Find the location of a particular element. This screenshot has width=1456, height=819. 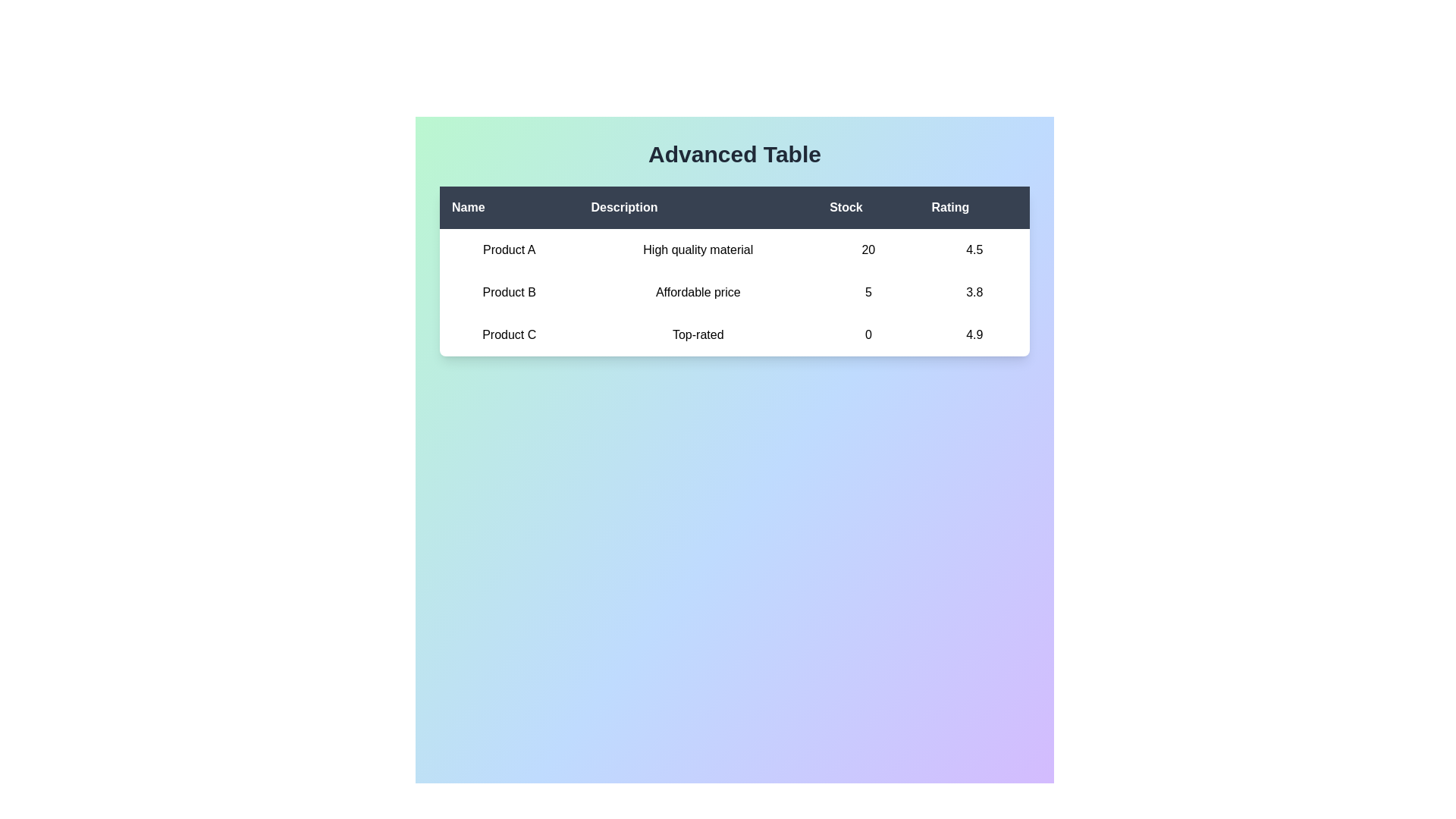

a row in the product information table is located at coordinates (735, 271).